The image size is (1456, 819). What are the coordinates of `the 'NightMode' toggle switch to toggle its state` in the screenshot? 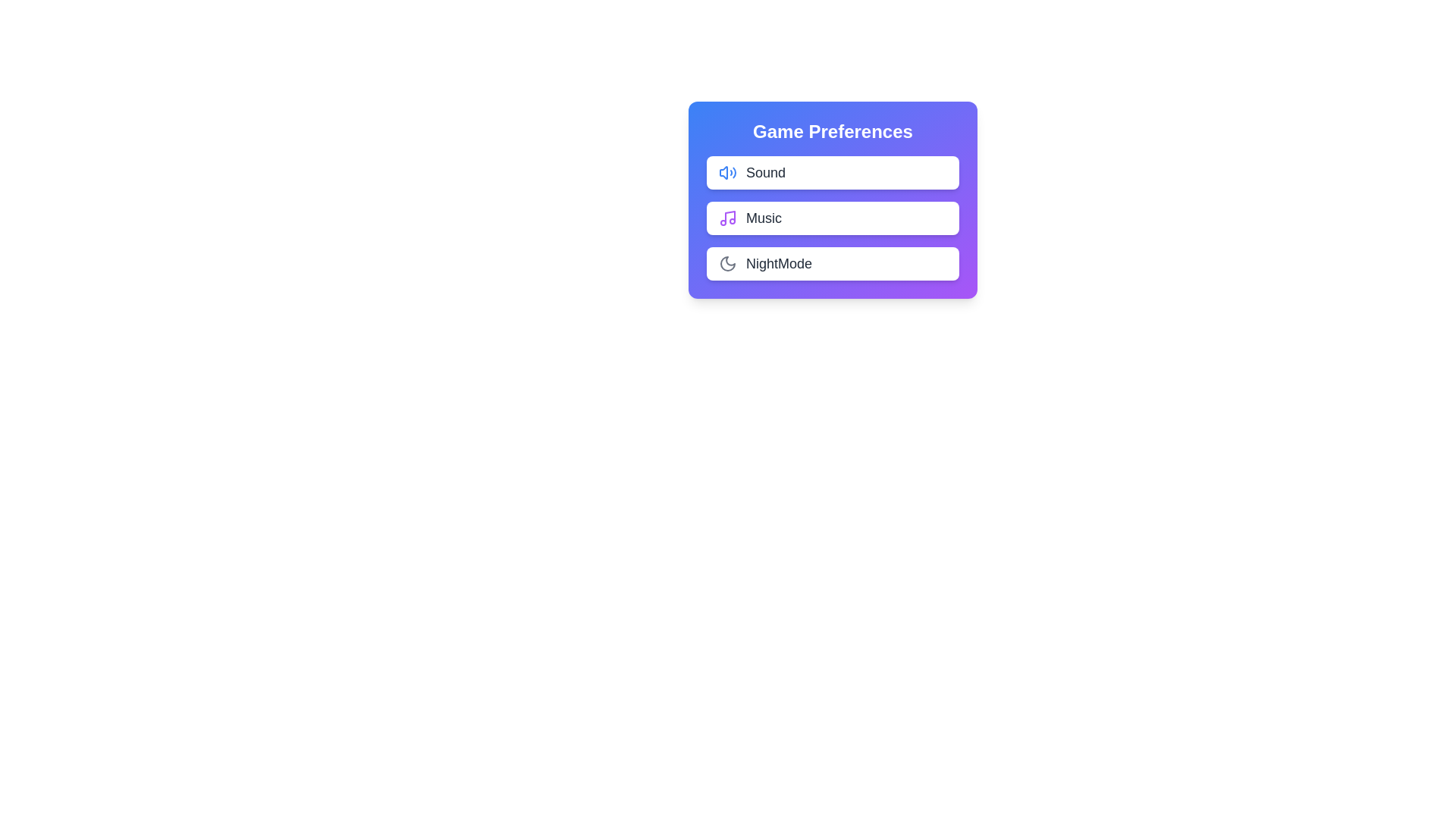 It's located at (927, 262).